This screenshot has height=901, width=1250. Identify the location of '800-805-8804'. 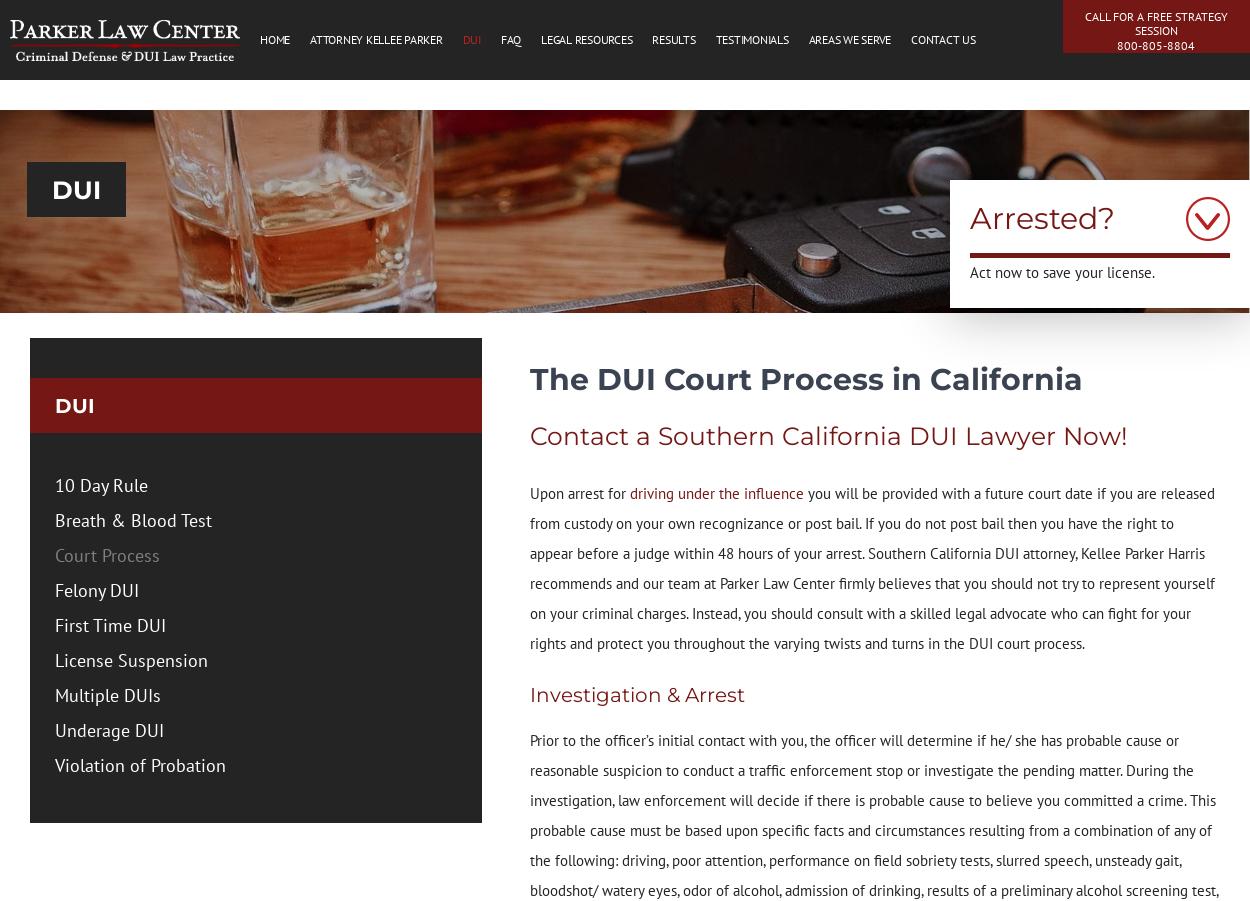
(1116, 44).